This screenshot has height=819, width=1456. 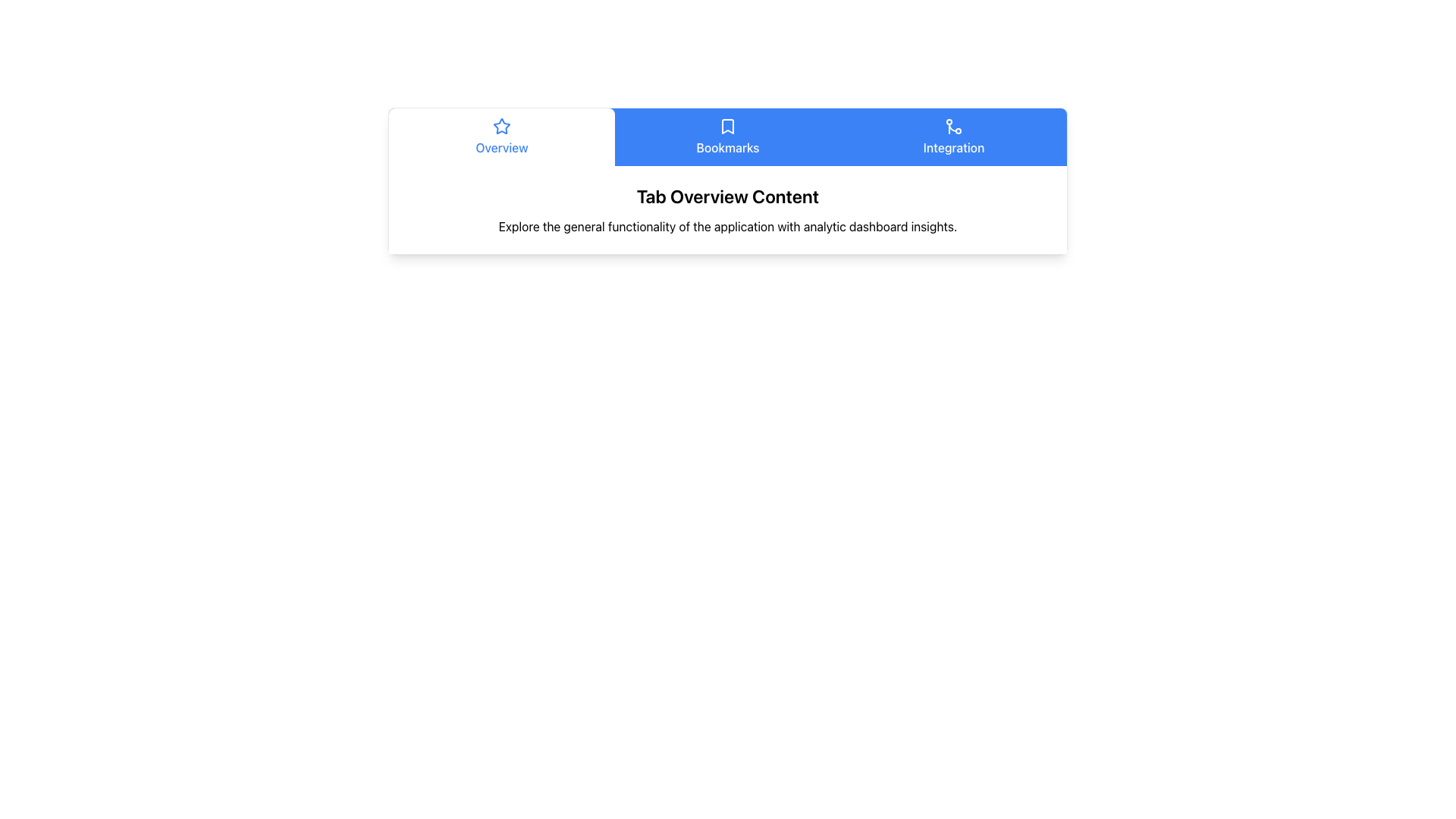 I want to click on the 'Integration' text label located at the bottom of the blue button-like area in the horizontal navigation menu, so click(x=952, y=148).